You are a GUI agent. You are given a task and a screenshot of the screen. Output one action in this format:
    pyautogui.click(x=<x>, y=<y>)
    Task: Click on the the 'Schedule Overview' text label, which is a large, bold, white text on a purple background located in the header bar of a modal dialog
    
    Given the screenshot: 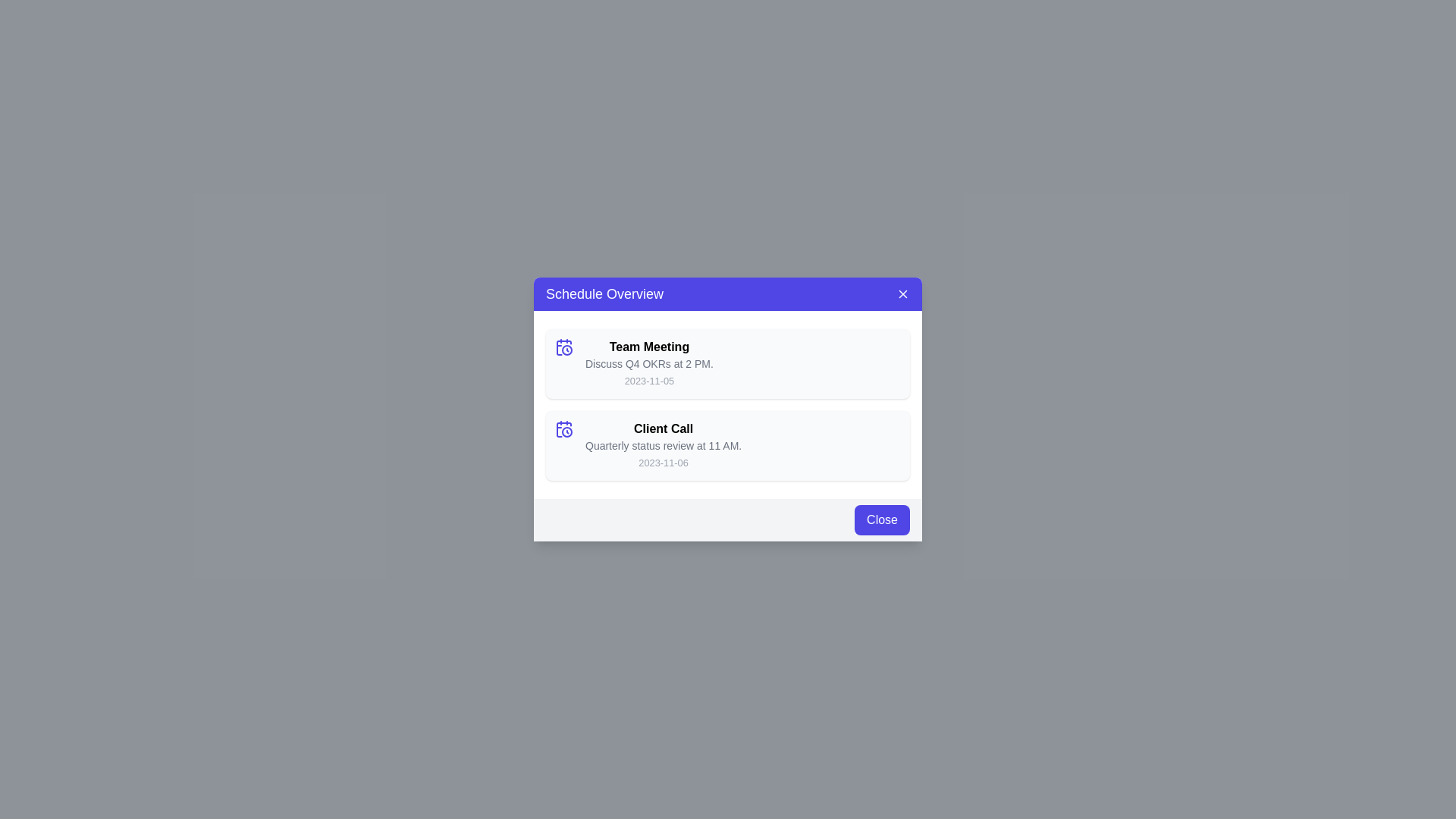 What is the action you would take?
    pyautogui.click(x=604, y=294)
    